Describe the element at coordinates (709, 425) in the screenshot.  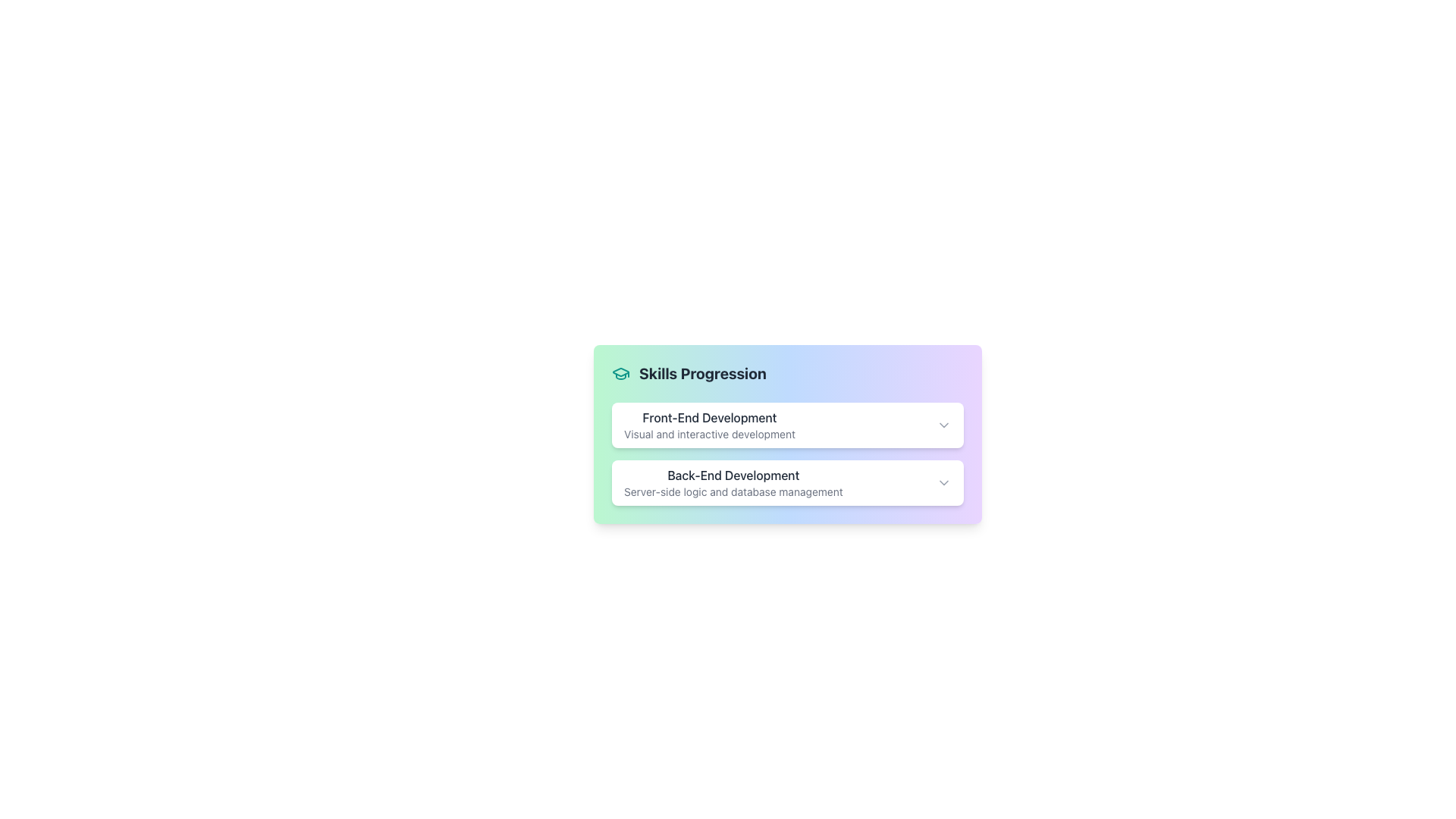
I see `the 'Front-End Development' text block in the 'Skills Progression' interface` at that location.